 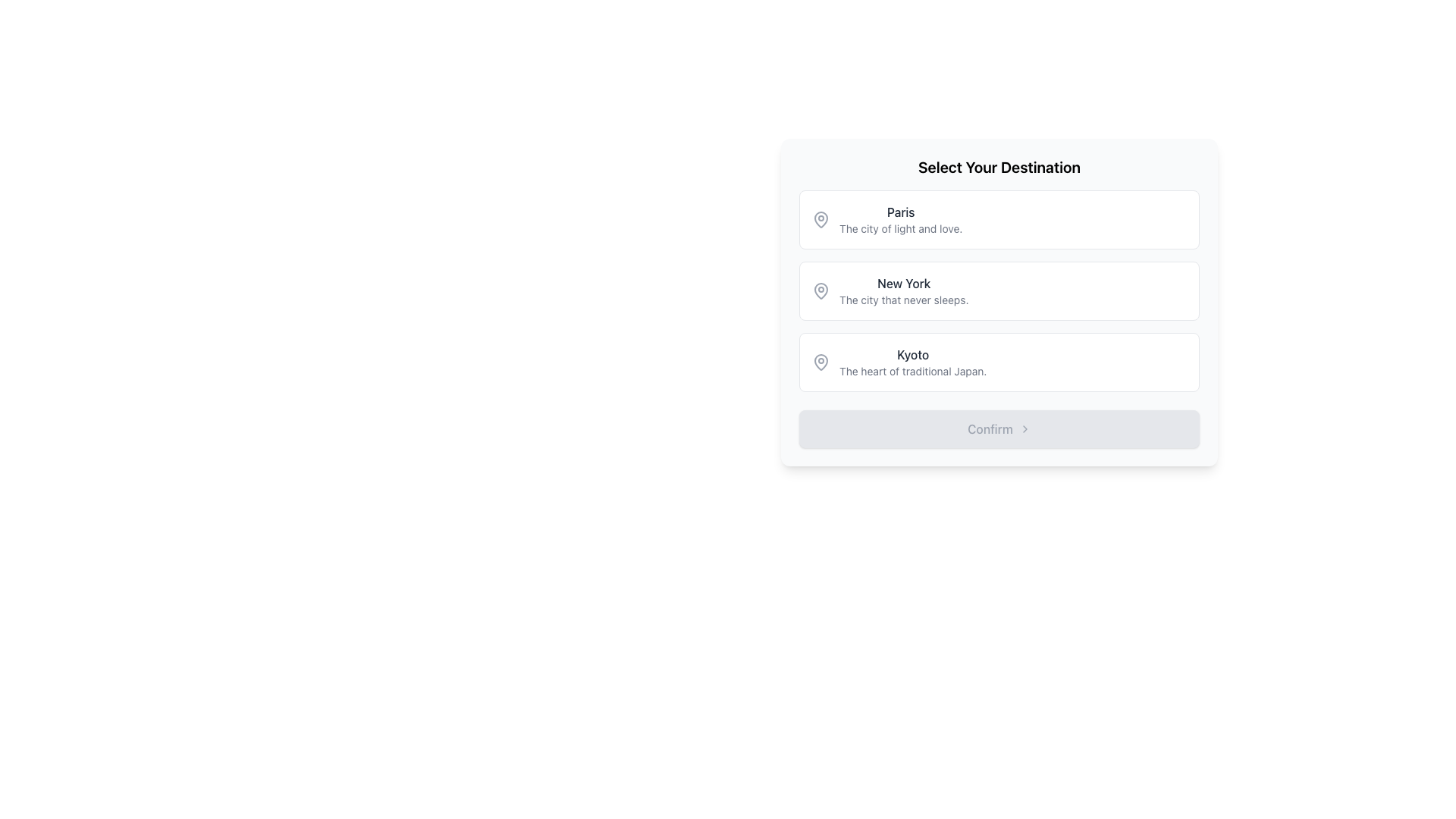 I want to click on the map pin icon that denotes the location for 'New York', which is positioned to the left of the text 'New York', so click(x=821, y=291).